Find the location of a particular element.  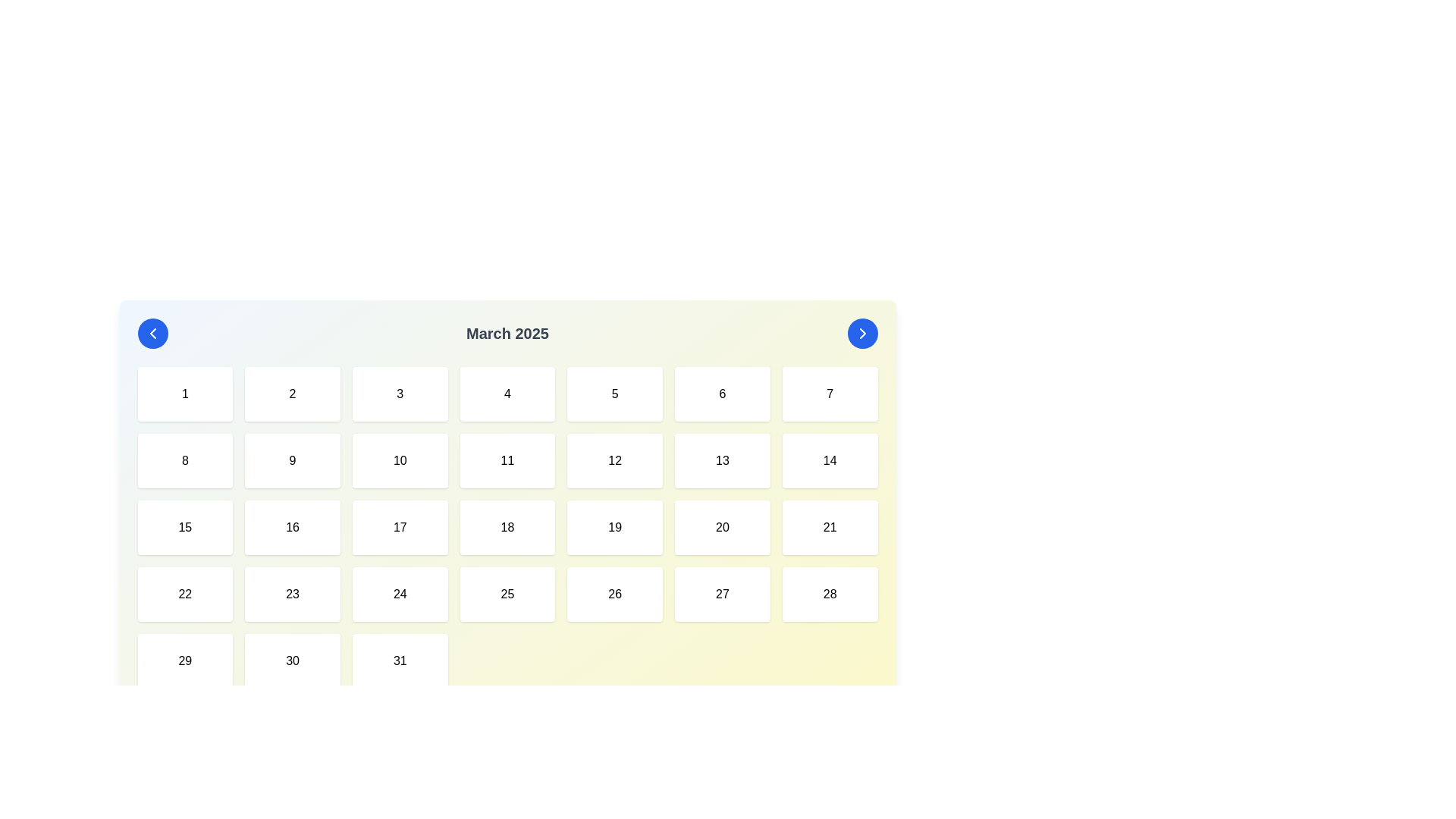

the clickable button that represents the date '5th' in the calendar view is located at coordinates (615, 394).